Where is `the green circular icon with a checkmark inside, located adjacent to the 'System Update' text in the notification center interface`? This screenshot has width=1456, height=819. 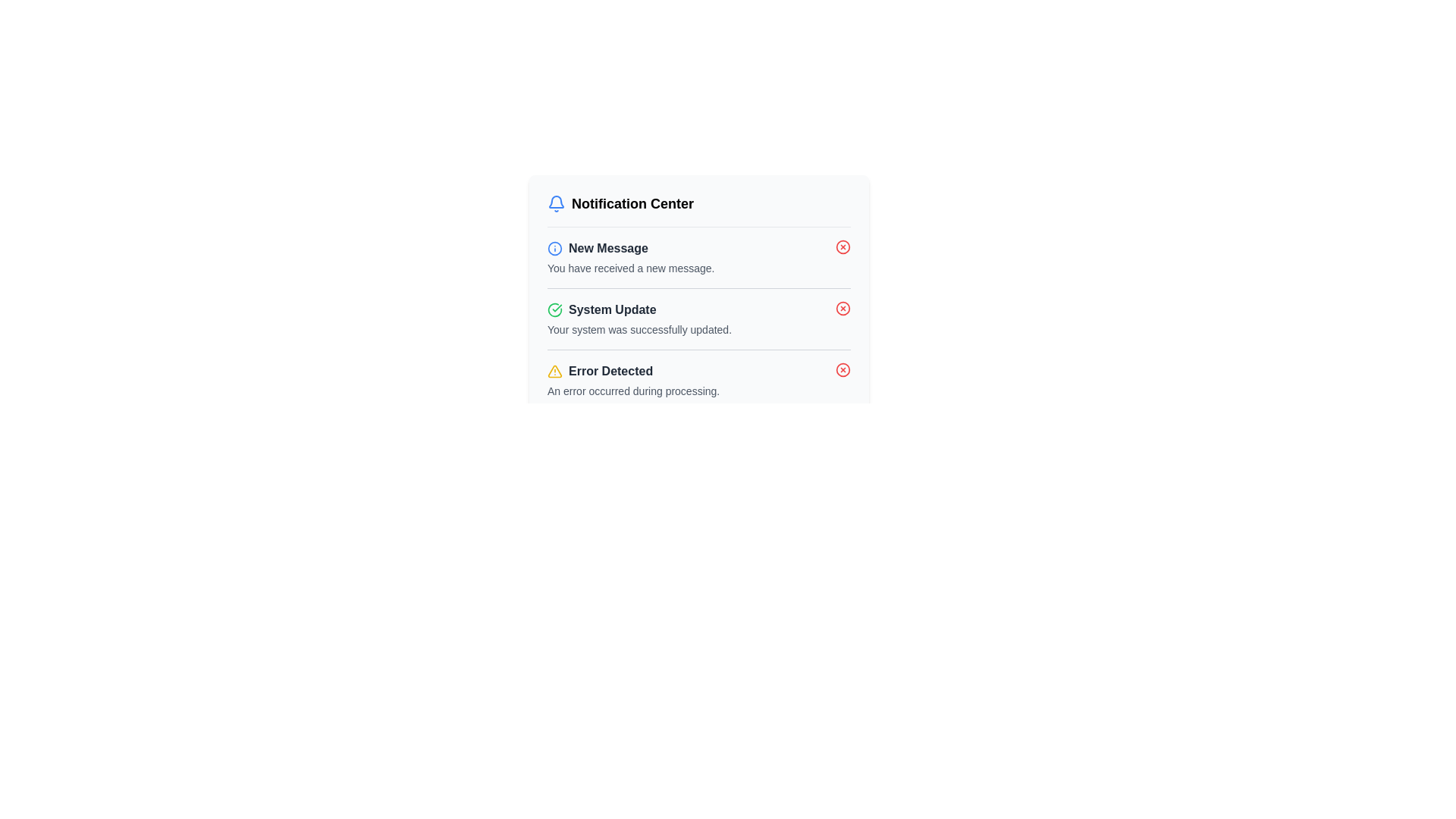
the green circular icon with a checkmark inside, located adjacent to the 'System Update' text in the notification center interface is located at coordinates (554, 309).